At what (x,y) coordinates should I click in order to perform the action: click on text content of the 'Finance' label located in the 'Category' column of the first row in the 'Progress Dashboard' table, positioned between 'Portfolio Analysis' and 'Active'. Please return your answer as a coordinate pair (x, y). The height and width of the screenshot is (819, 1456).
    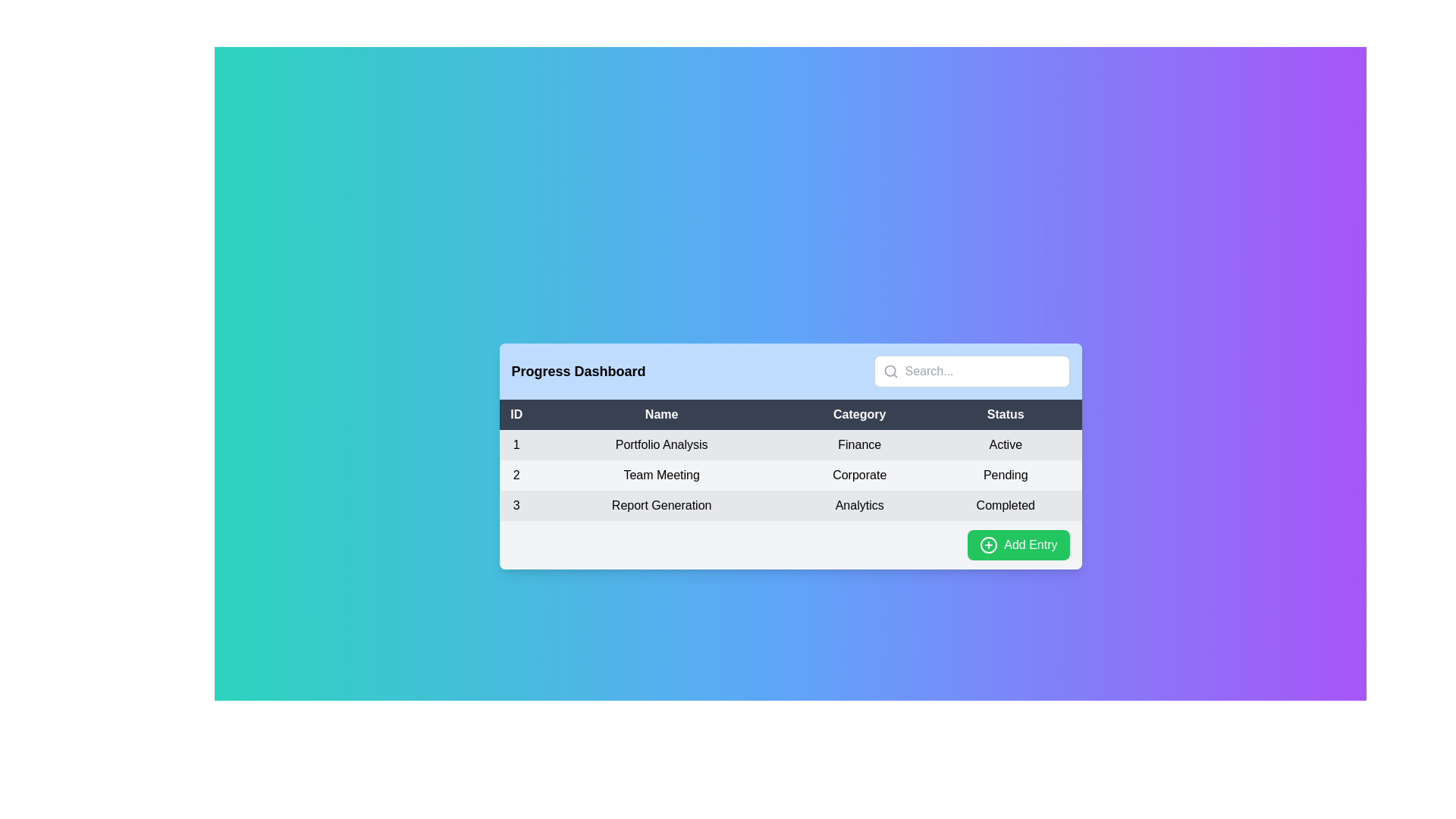
    Looking at the image, I should click on (859, 444).